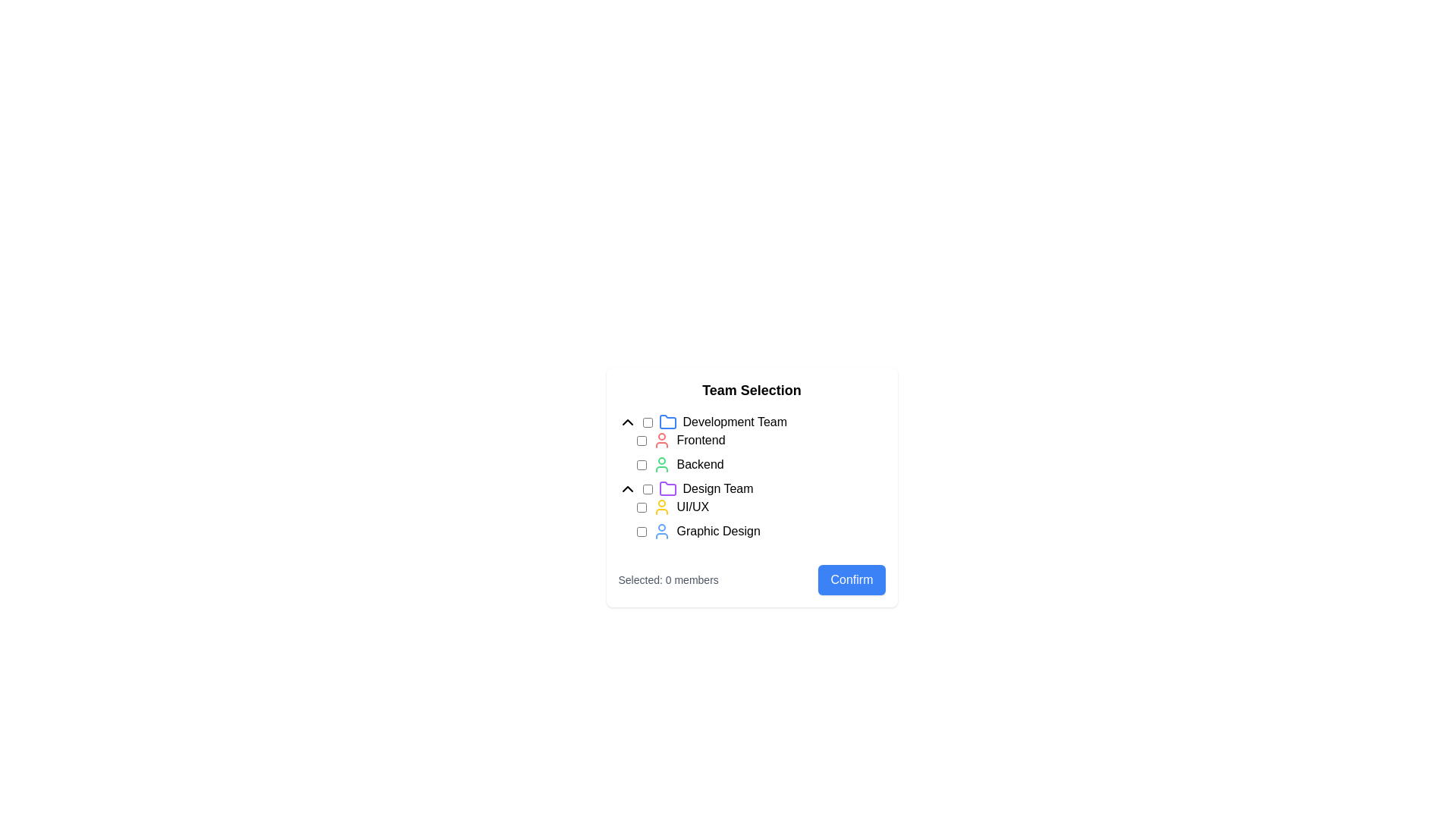 Image resolution: width=1456 pixels, height=819 pixels. I want to click on the text label located on the right side of a checkbox and user-profile icon in the second row under the 'Development Team' header in the Team Selection menu to potentially view a tooltip, so click(700, 441).